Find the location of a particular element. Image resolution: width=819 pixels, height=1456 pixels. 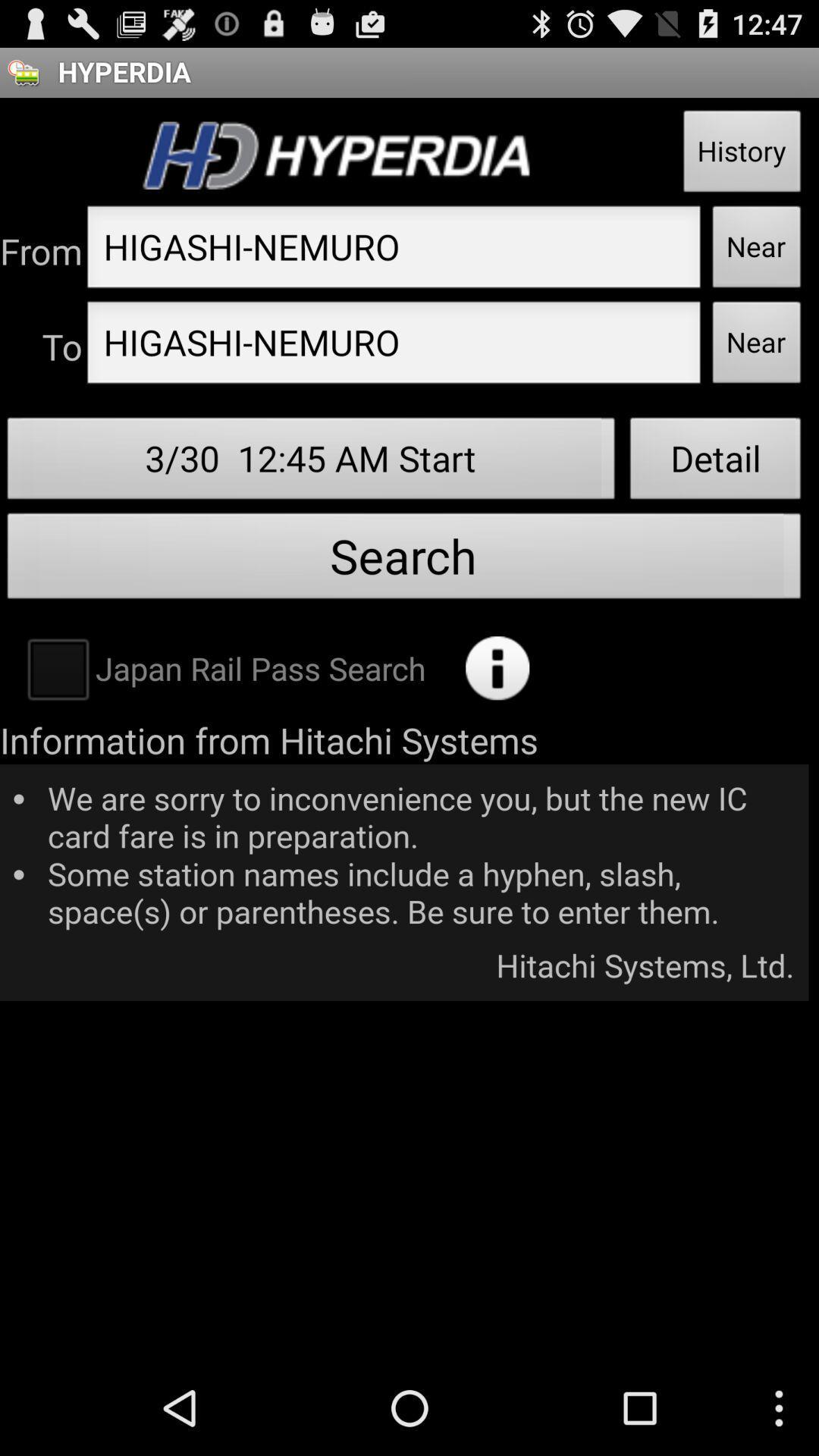

search is located at coordinates (497, 667).